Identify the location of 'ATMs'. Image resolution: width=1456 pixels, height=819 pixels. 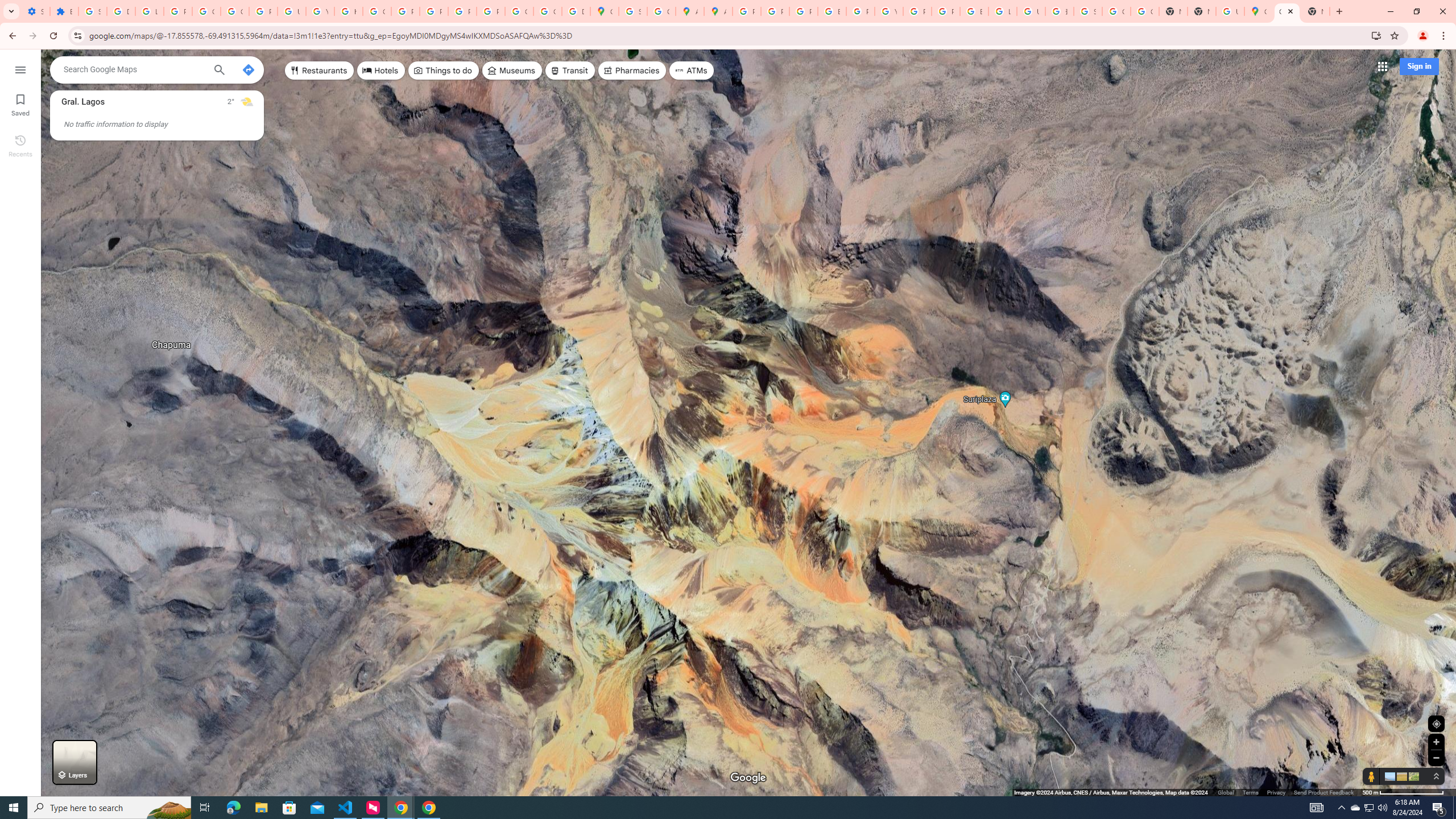
(692, 69).